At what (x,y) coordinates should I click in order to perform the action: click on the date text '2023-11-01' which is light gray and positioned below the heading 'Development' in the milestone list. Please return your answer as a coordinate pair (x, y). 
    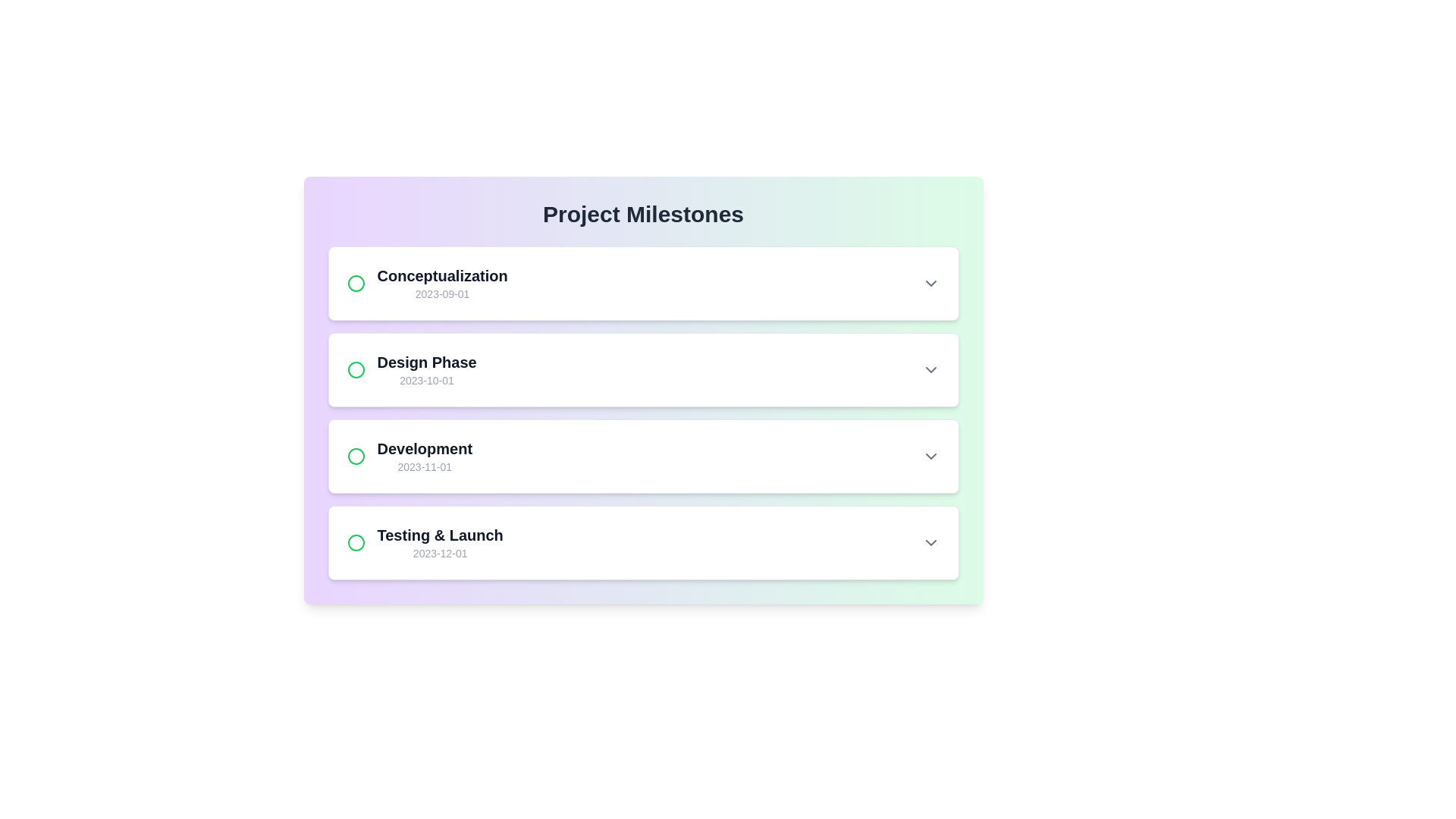
    Looking at the image, I should click on (425, 466).